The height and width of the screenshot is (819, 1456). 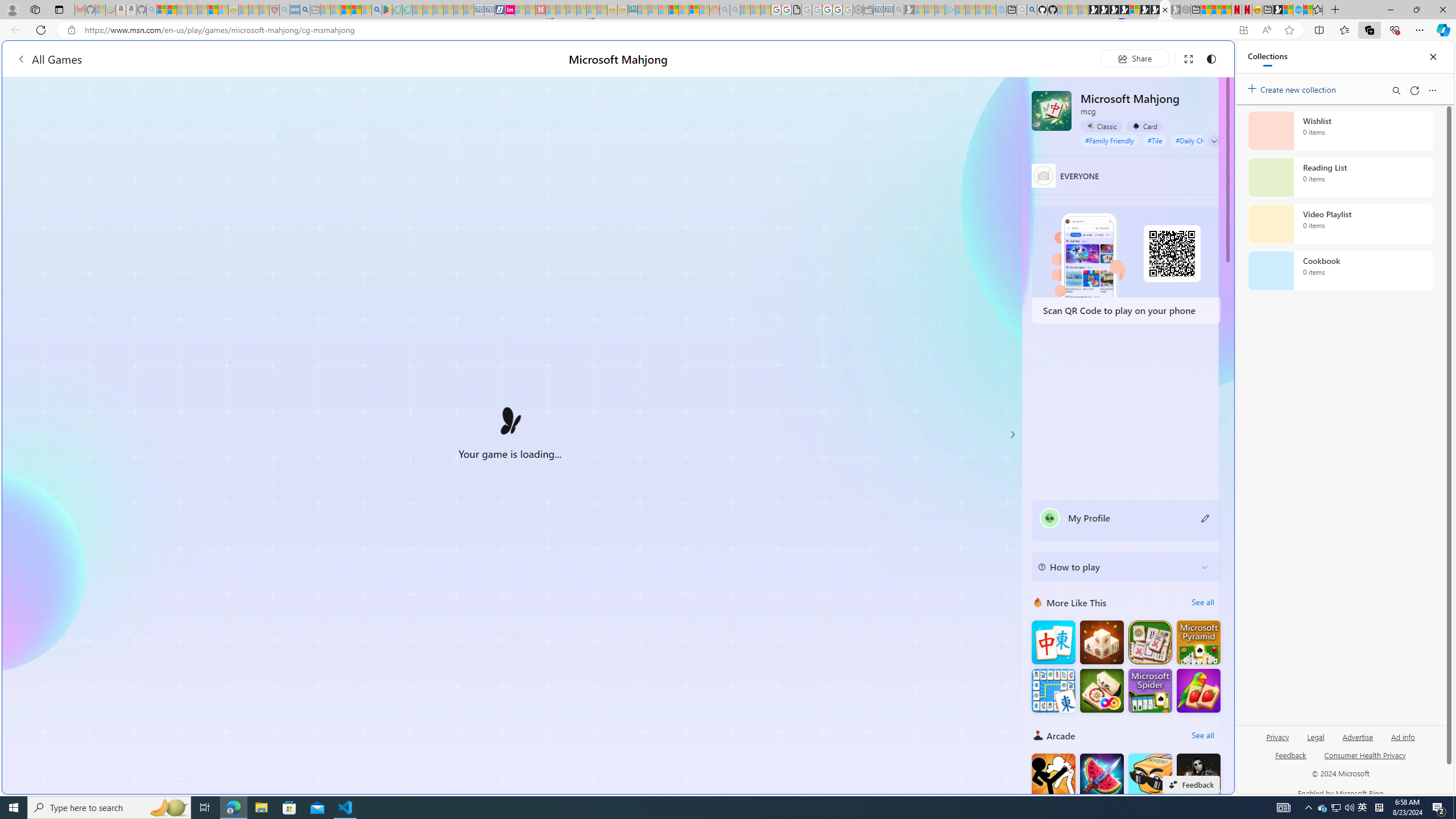 What do you see at coordinates (1340, 223) in the screenshot?
I see `'Video Playlist collection, 0 items'` at bounding box center [1340, 223].